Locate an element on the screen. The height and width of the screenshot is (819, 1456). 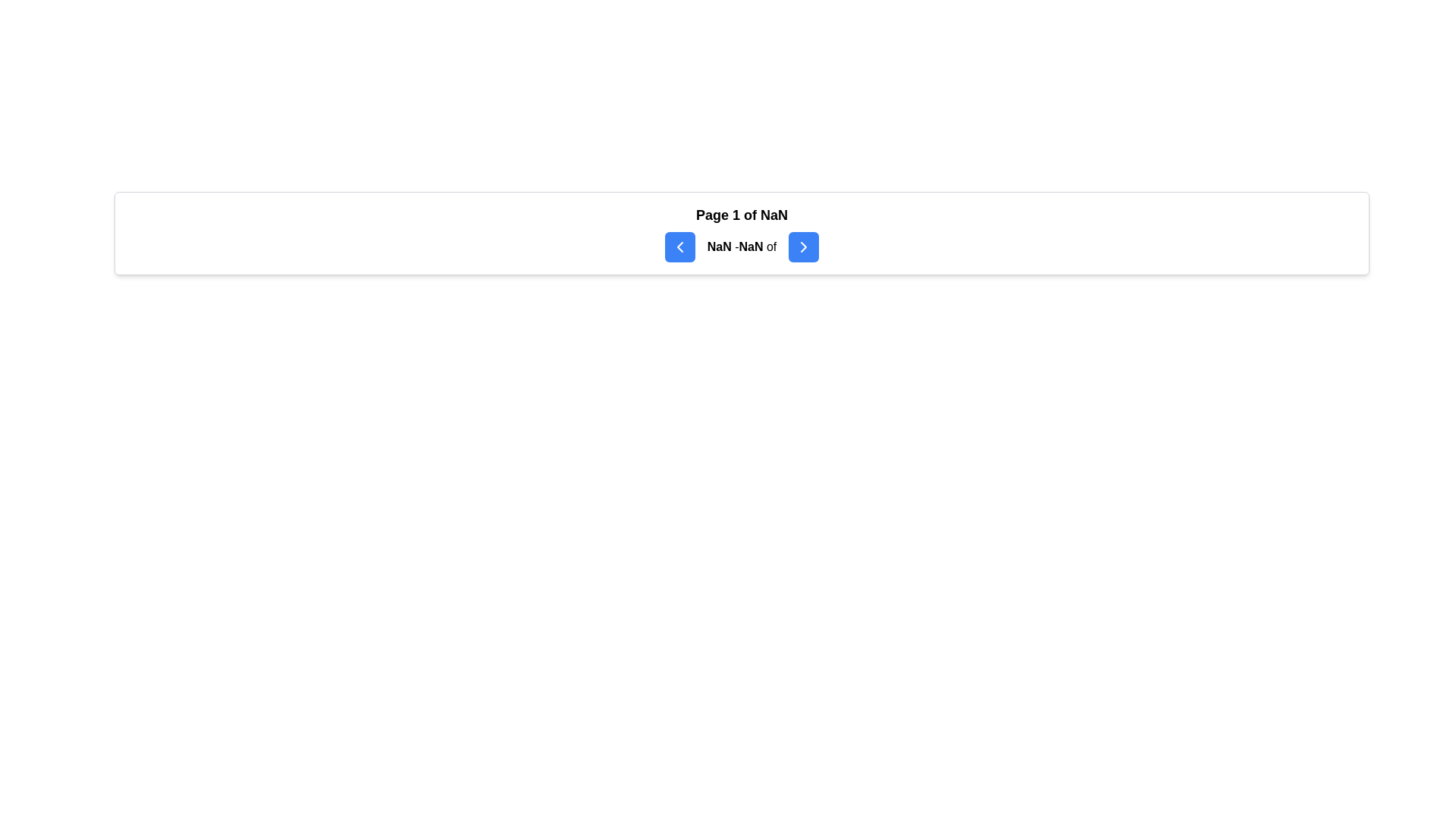
the 'Next' button located at the center of the interface, which is the rightmost button in the navigation control group is located at coordinates (803, 246).